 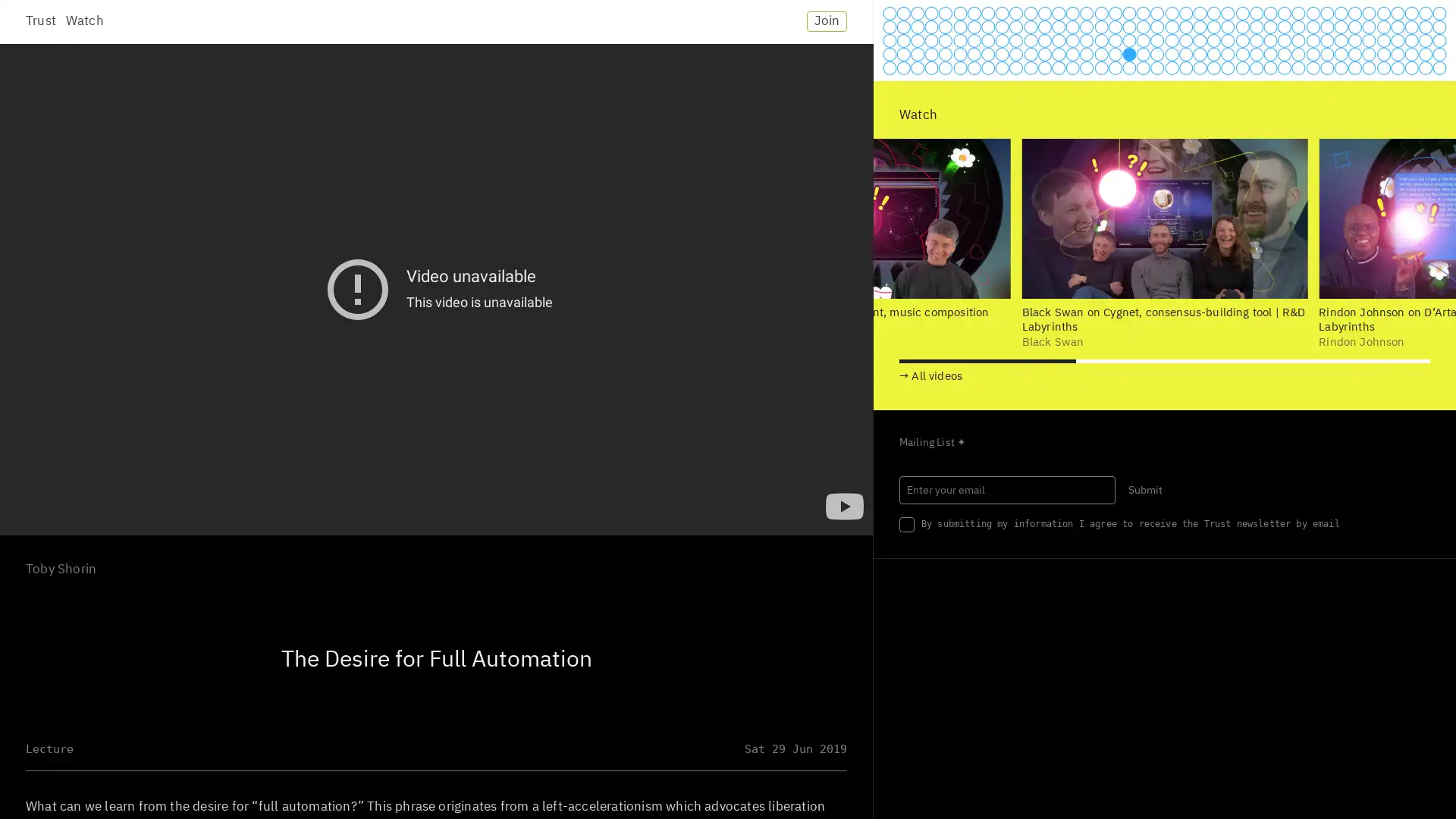 I want to click on Go to slide 2, so click(x=1163, y=360).